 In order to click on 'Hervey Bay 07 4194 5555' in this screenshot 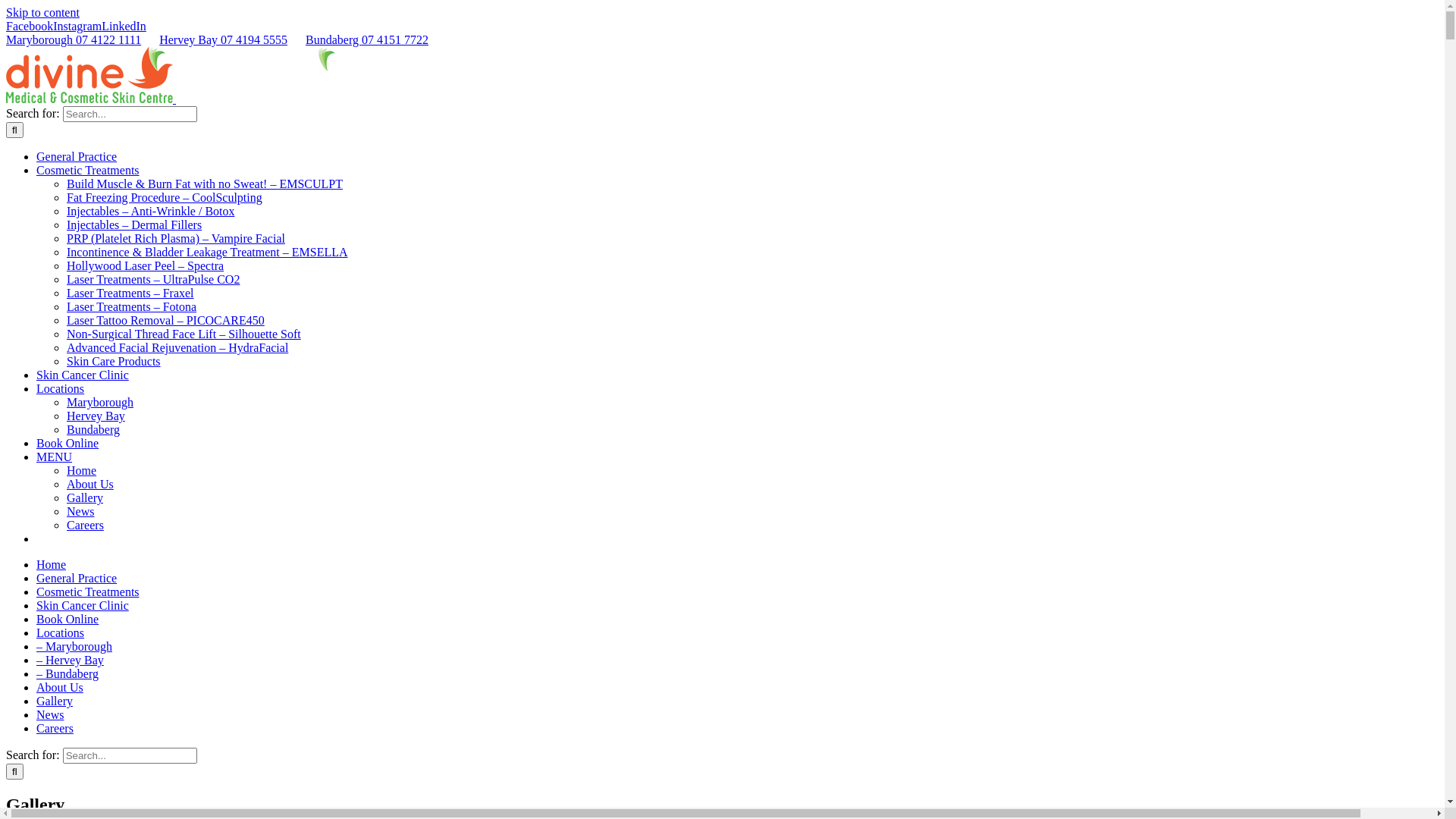, I will do `click(222, 39)`.